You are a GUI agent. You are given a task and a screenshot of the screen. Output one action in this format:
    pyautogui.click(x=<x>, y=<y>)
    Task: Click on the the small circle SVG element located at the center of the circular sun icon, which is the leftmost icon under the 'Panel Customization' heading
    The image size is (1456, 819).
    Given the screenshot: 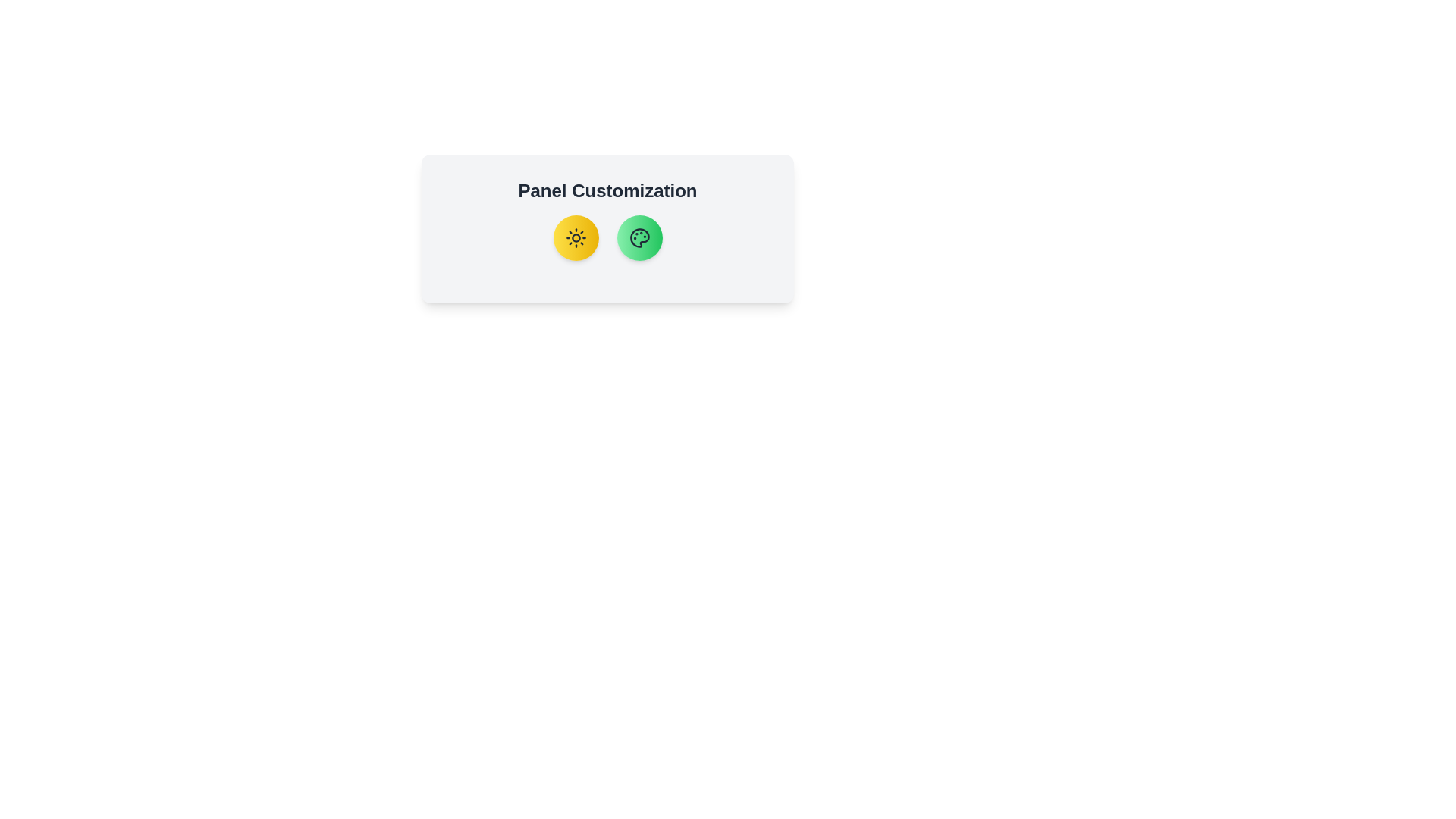 What is the action you would take?
    pyautogui.click(x=575, y=237)
    